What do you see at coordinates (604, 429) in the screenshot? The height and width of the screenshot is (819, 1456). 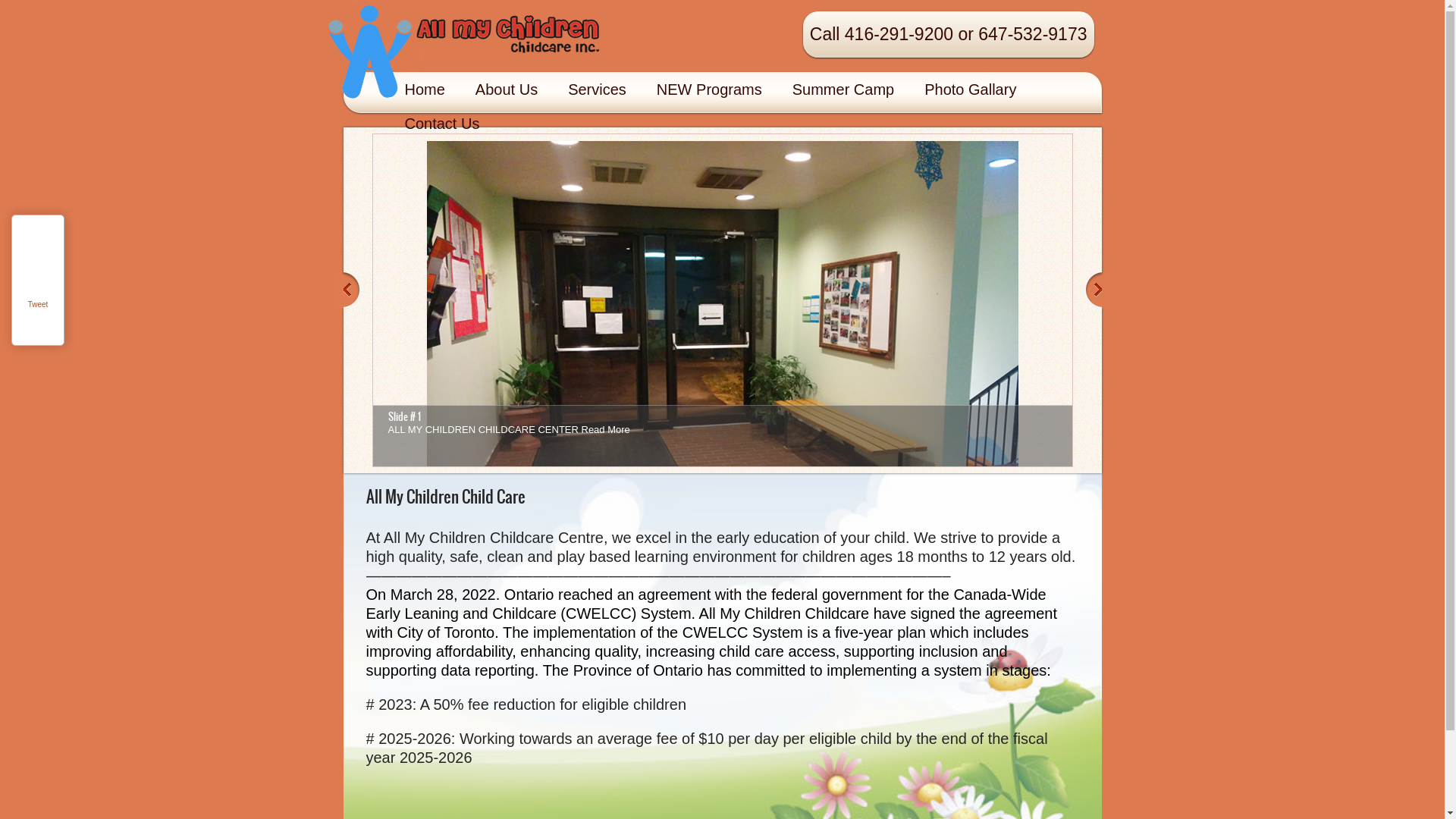 I see `'Read More'` at bounding box center [604, 429].